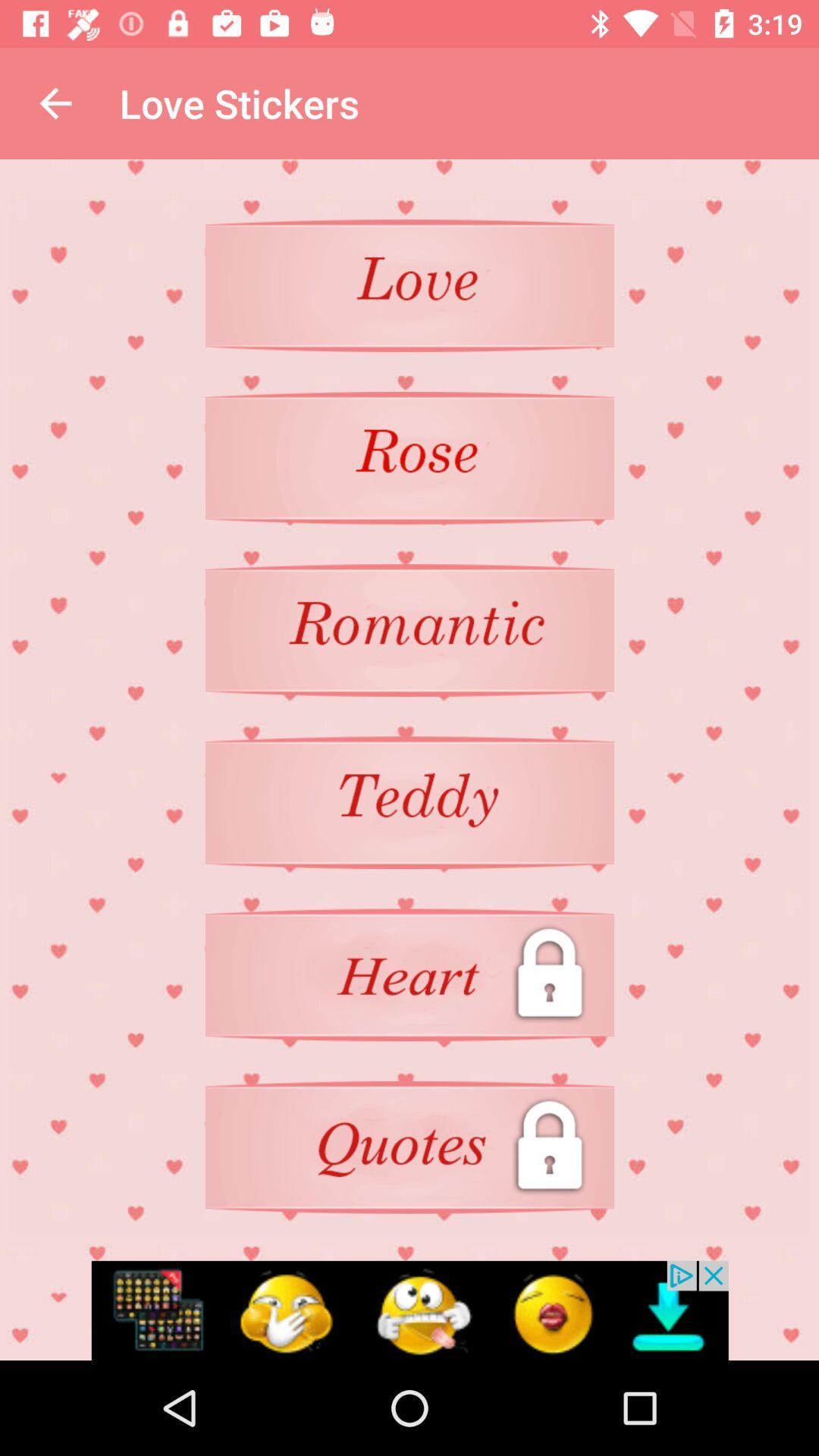 The height and width of the screenshot is (1456, 819). Describe the element at coordinates (409, 802) in the screenshot. I see `enters heart sticker` at that location.